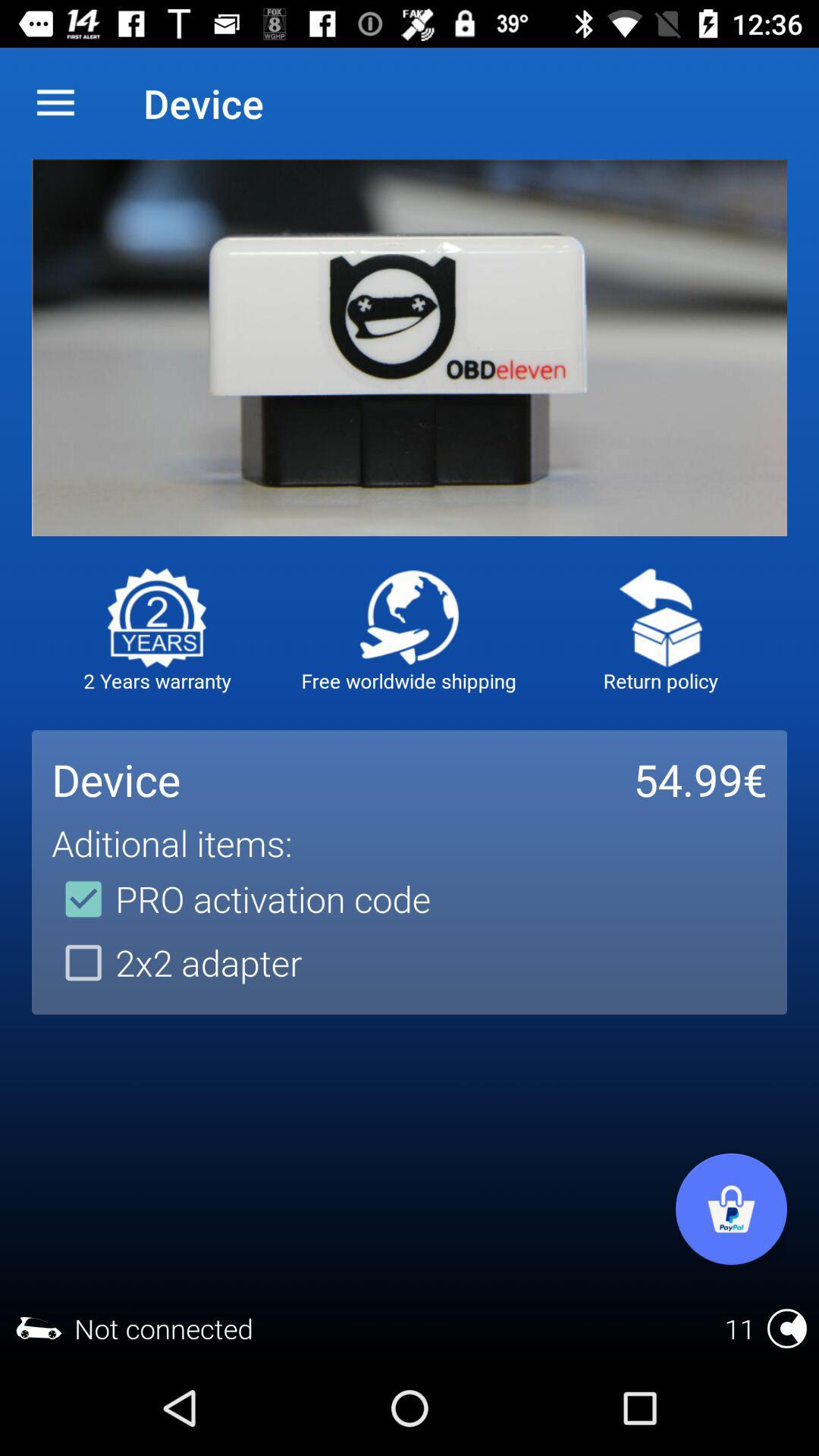 Image resolution: width=819 pixels, height=1456 pixels. Describe the element at coordinates (660, 617) in the screenshot. I see `refund` at that location.